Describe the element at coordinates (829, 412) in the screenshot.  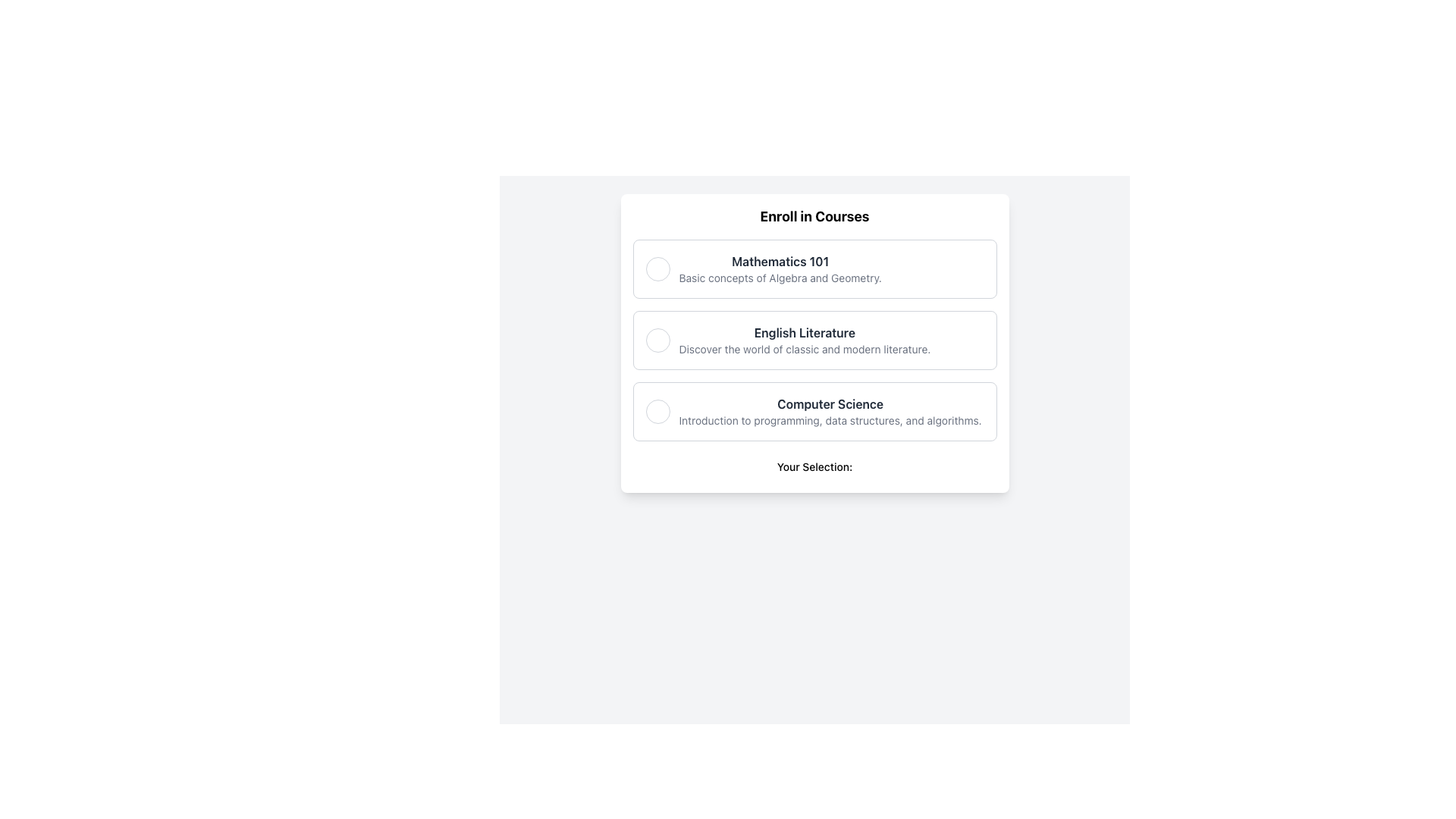
I see `the 'Computer Science' informational text block option` at that location.